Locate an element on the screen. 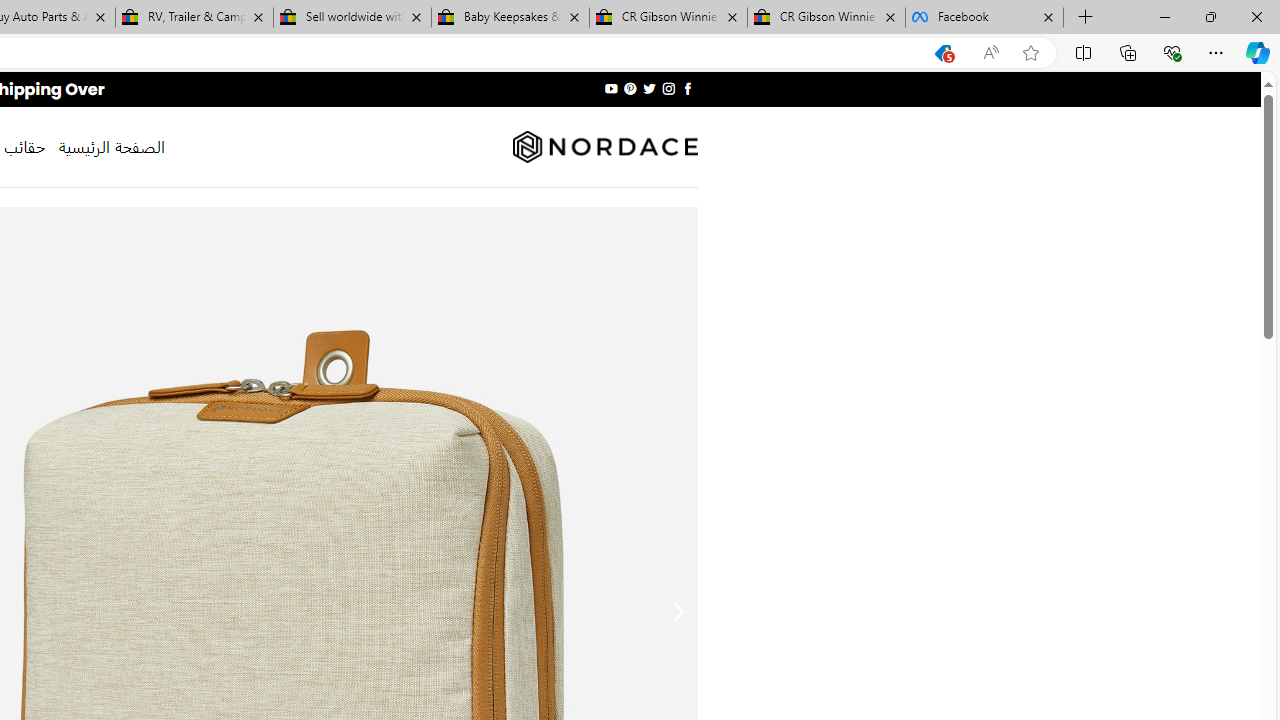 This screenshot has width=1280, height=720. 'Follow on Pinterest' is located at coordinates (630, 88).